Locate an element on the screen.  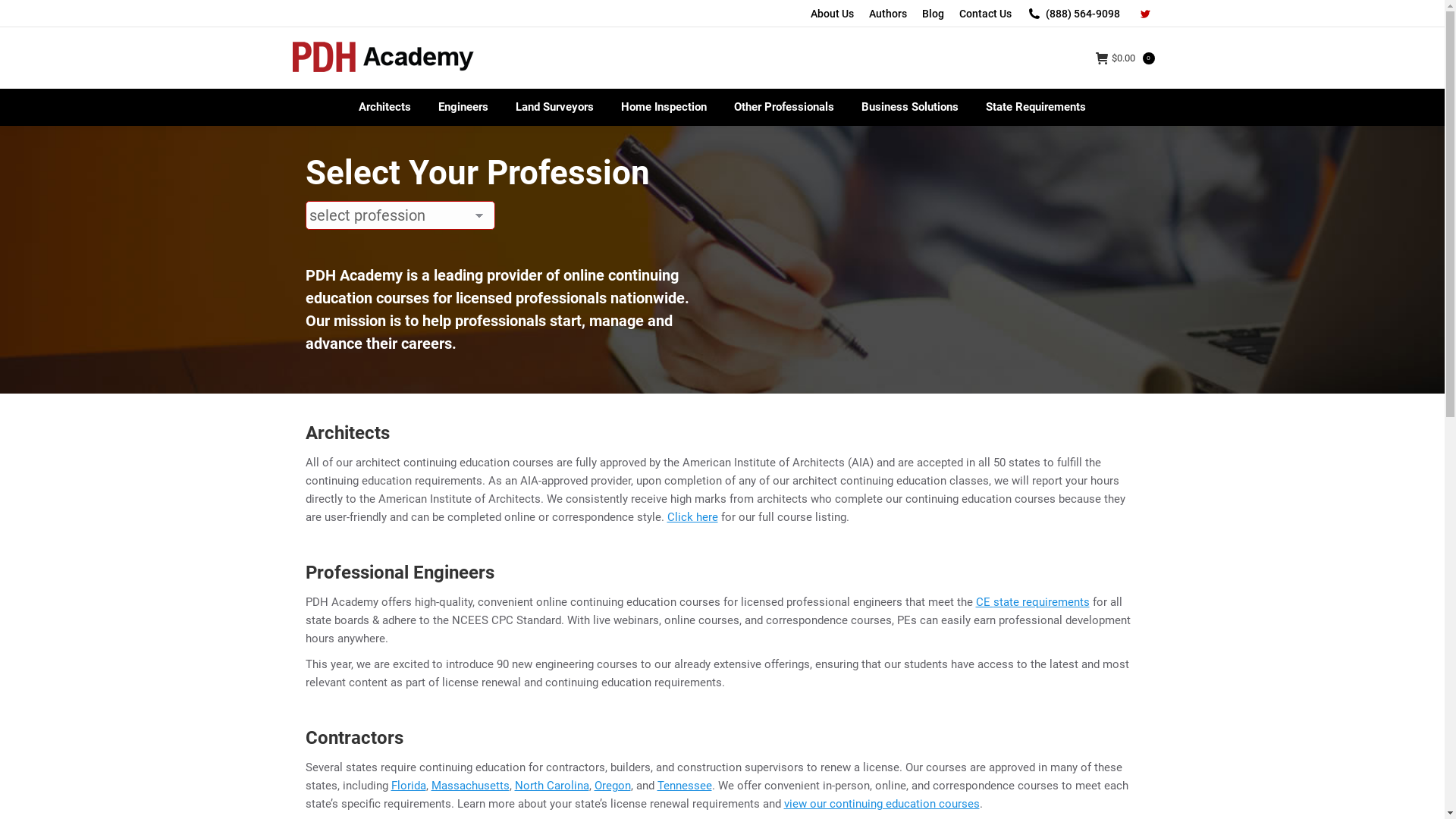
'Tennessee' is located at coordinates (683, 785).